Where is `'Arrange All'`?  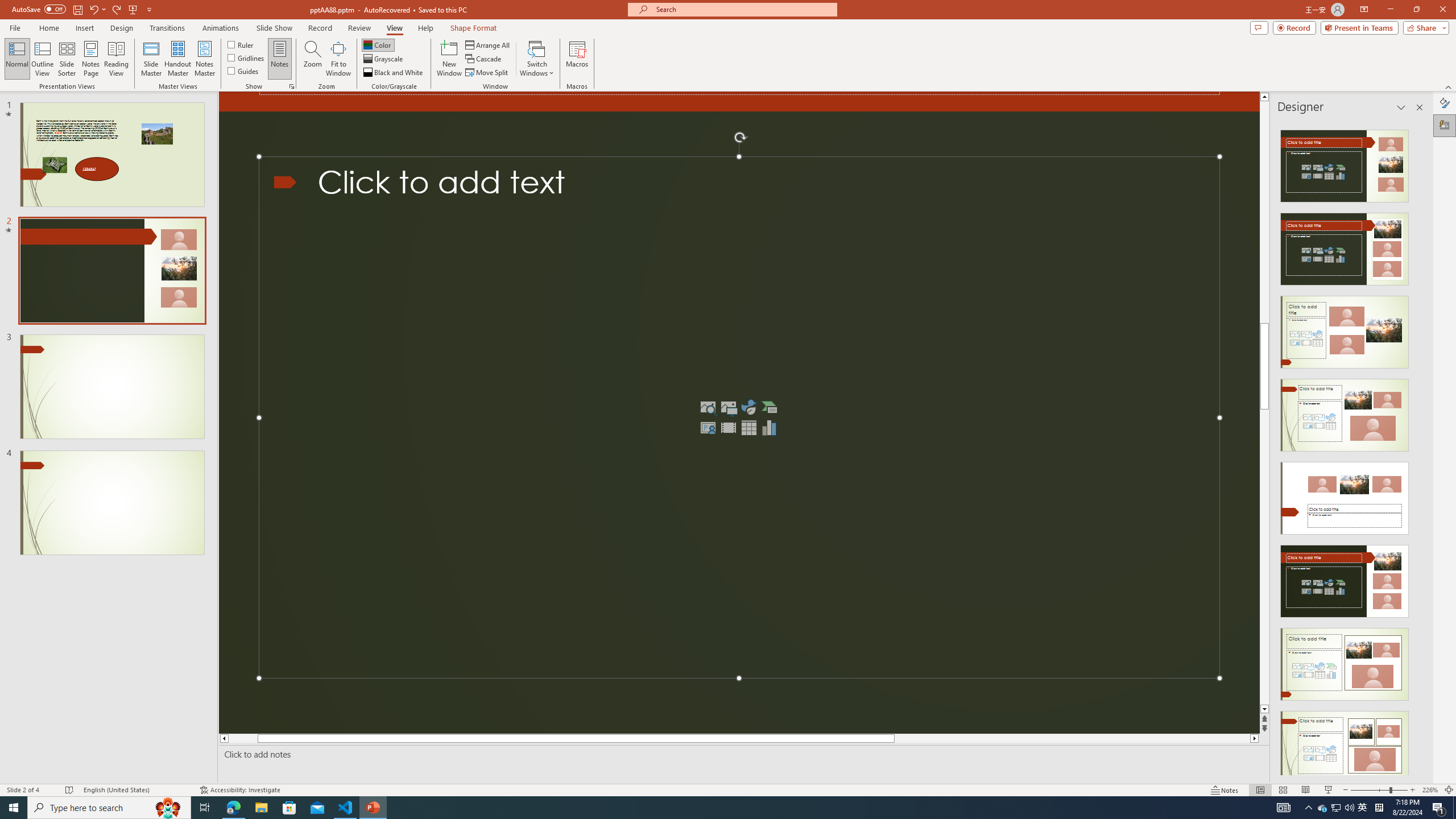
'Arrange All' is located at coordinates (487, 44).